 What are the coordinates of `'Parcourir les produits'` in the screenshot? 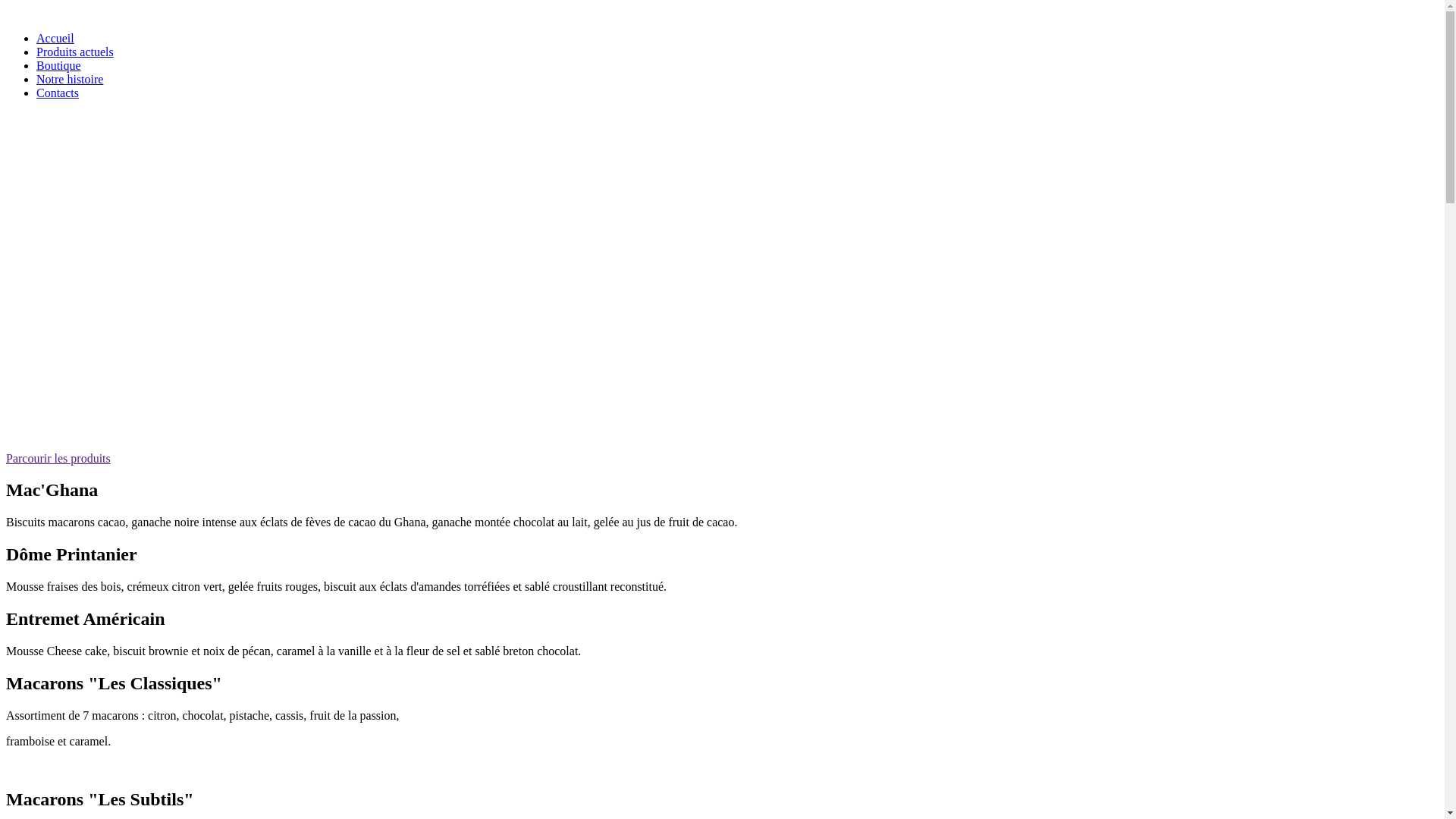 It's located at (58, 457).